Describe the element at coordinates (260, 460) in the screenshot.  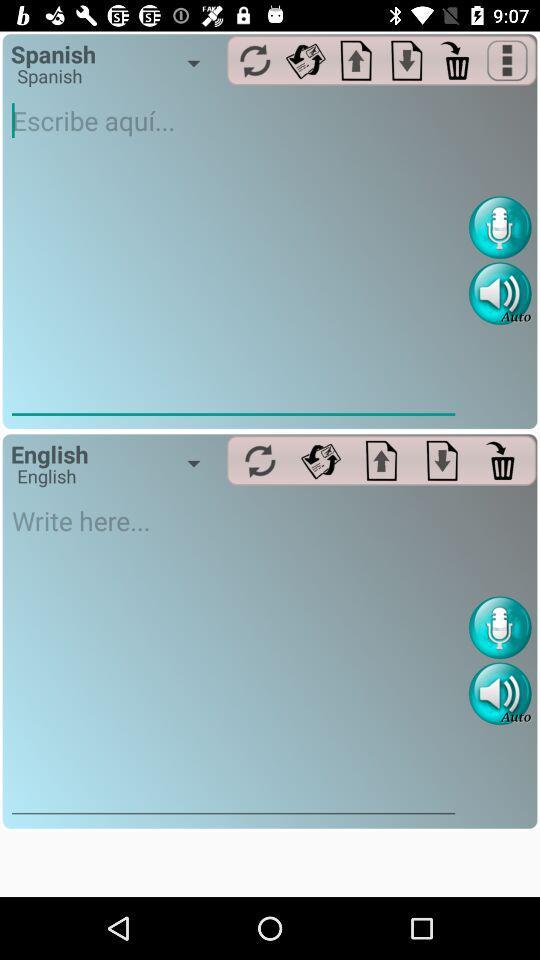
I see `swap the languages` at that location.